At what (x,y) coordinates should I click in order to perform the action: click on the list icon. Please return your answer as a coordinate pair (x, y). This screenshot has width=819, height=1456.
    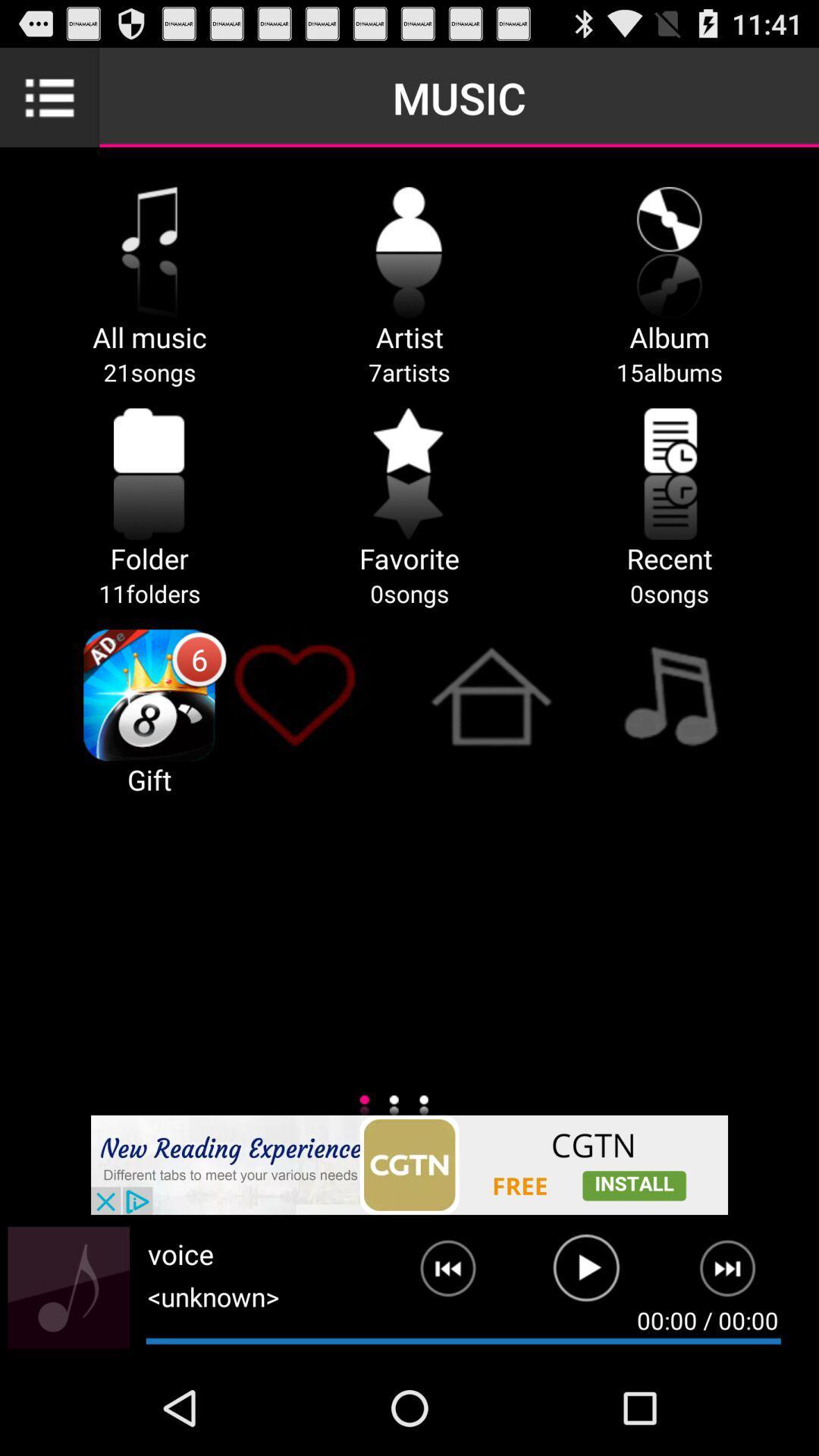
    Looking at the image, I should click on (49, 103).